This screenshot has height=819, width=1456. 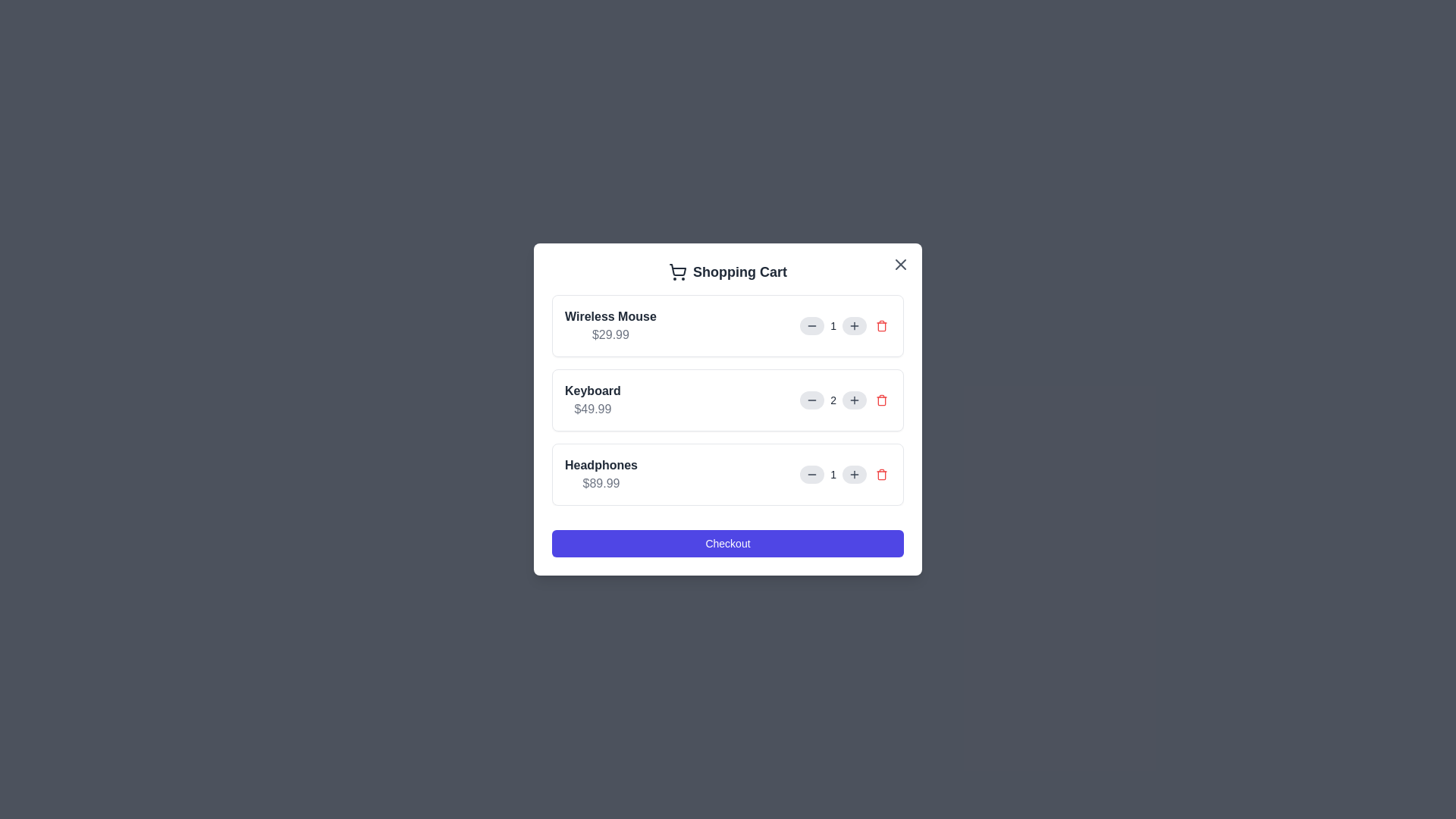 What do you see at coordinates (610, 315) in the screenshot?
I see `text from the bold dark gray label that says 'Wireless Mouse', located in the shopping cart list above the price label '$29.99'` at bounding box center [610, 315].